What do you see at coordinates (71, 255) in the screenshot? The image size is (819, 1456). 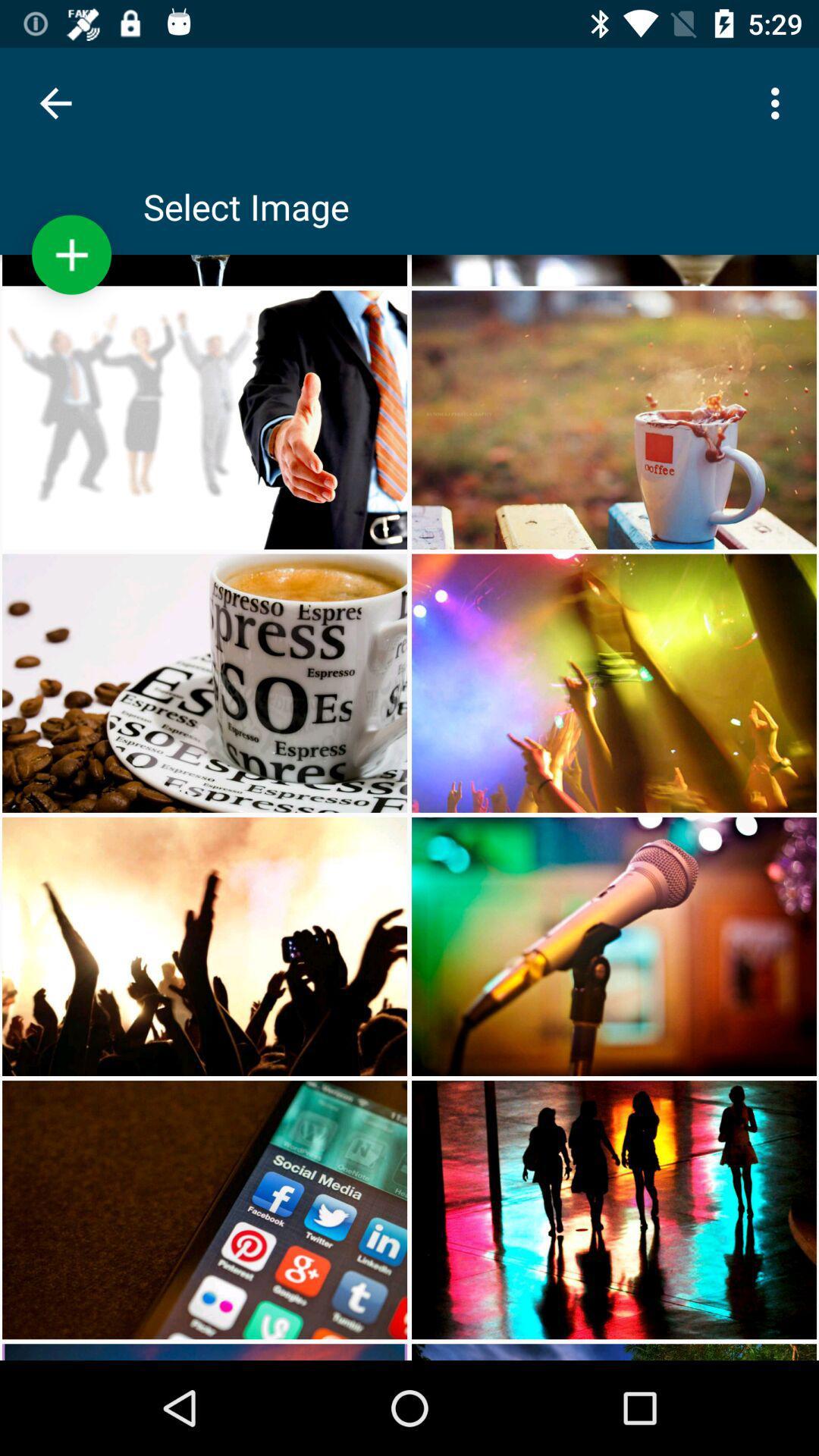 I see `the add icon` at bounding box center [71, 255].